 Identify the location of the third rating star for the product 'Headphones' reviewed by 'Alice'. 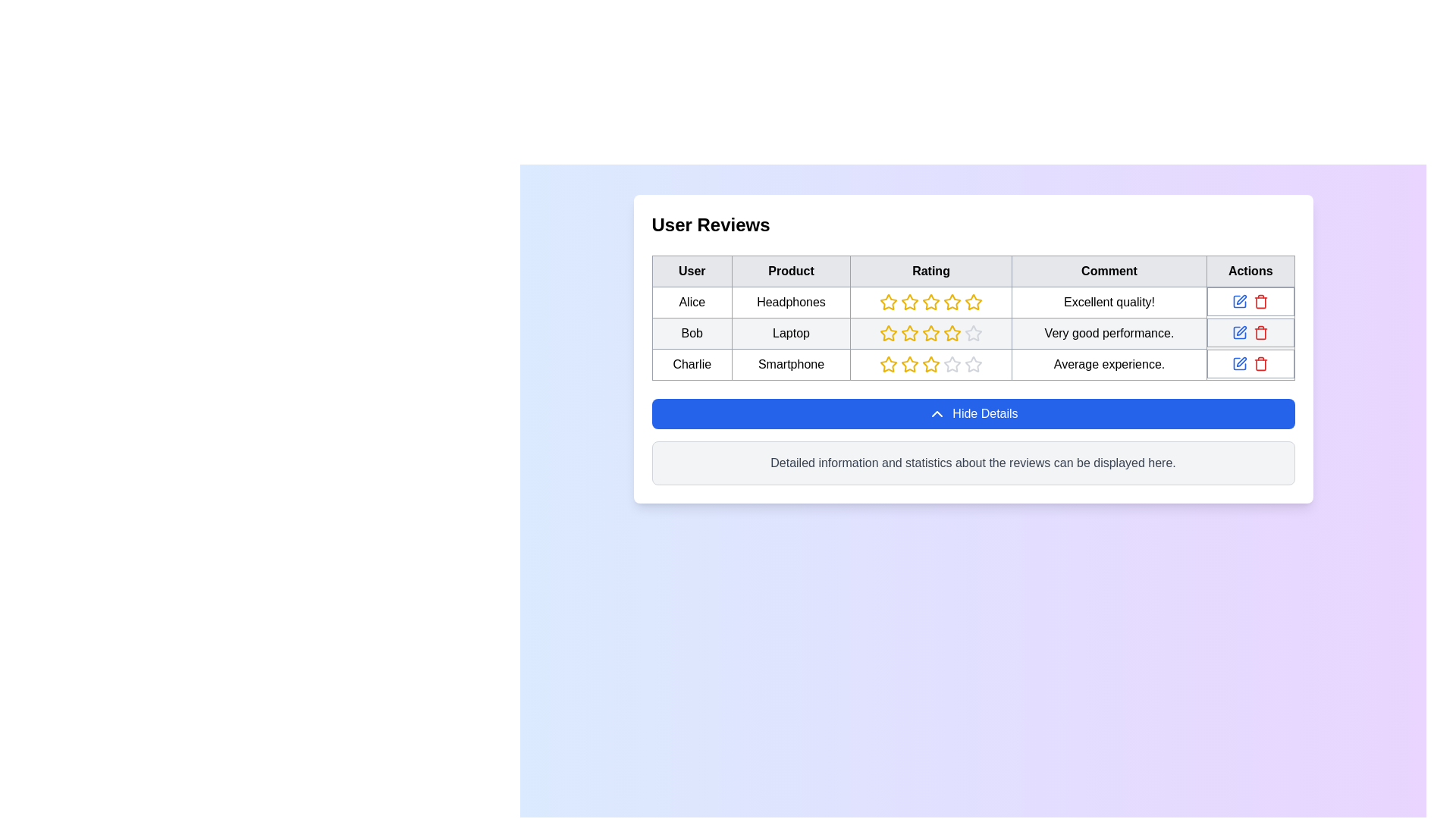
(910, 302).